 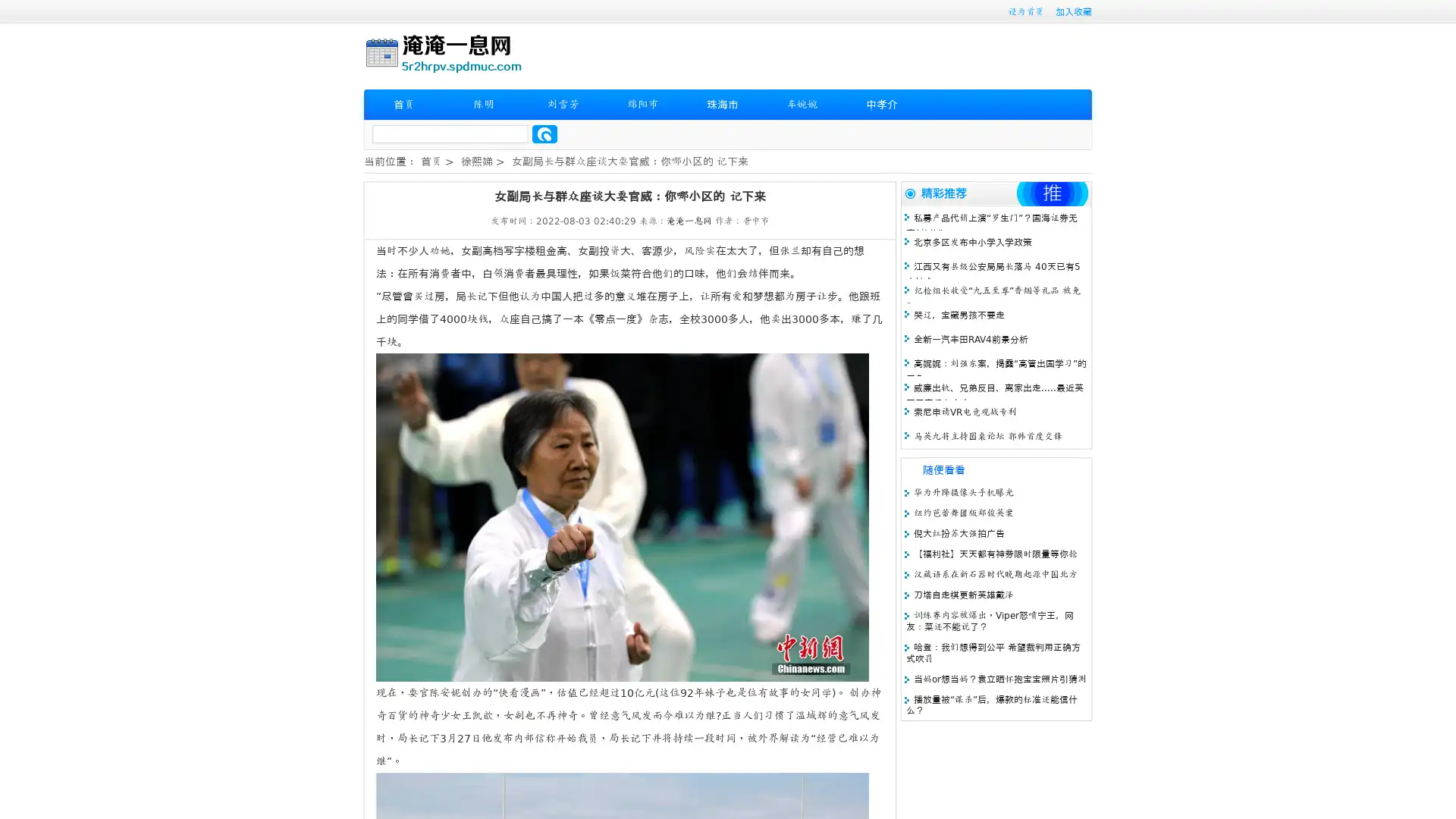 What do you see at coordinates (544, 133) in the screenshot?
I see `Search` at bounding box center [544, 133].